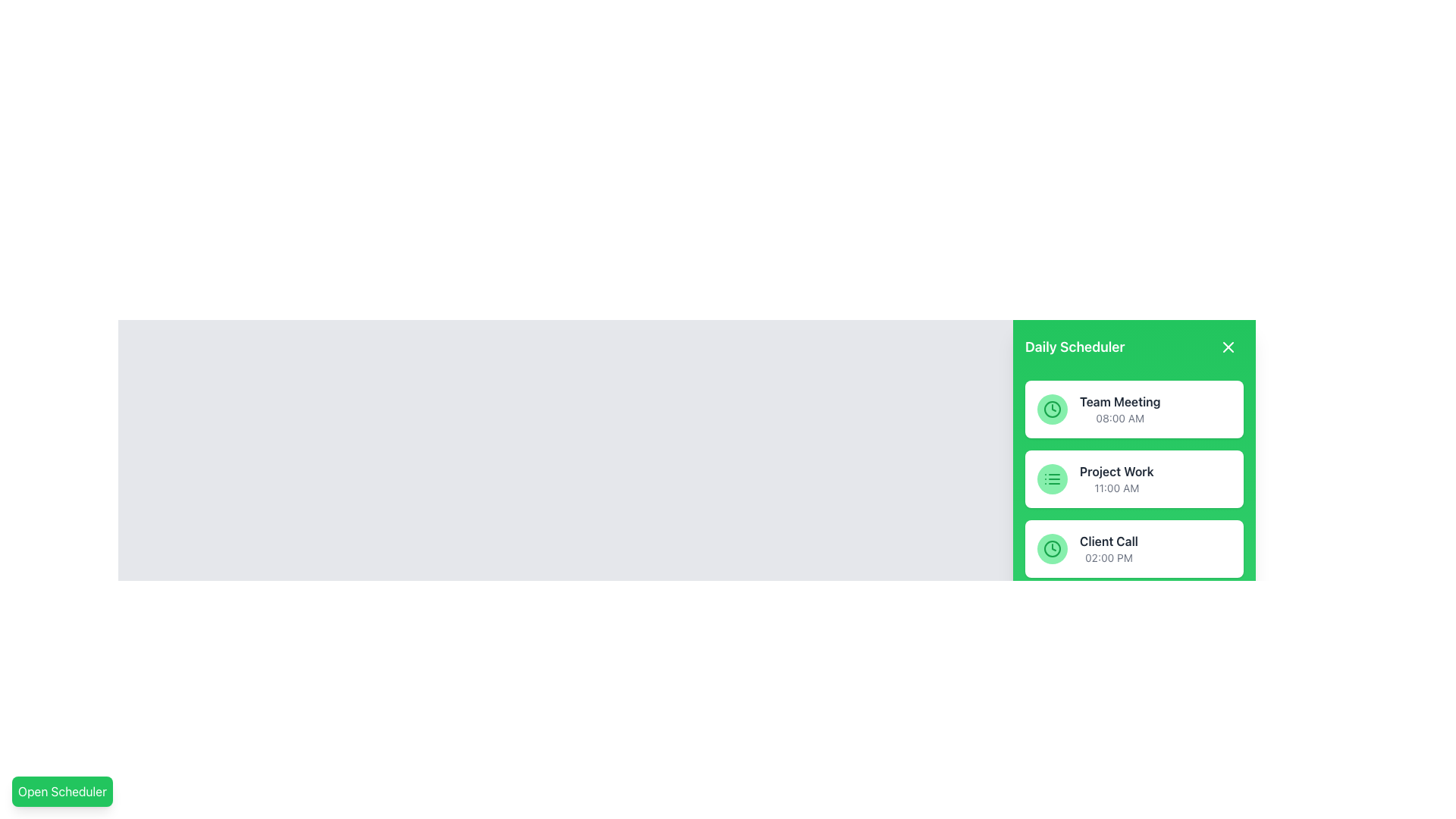 This screenshot has height=819, width=1456. What do you see at coordinates (1228, 347) in the screenshot?
I see `the circular green button with a white 'X' icon located on the right side of the 'Daily Scheduler' header section` at bounding box center [1228, 347].